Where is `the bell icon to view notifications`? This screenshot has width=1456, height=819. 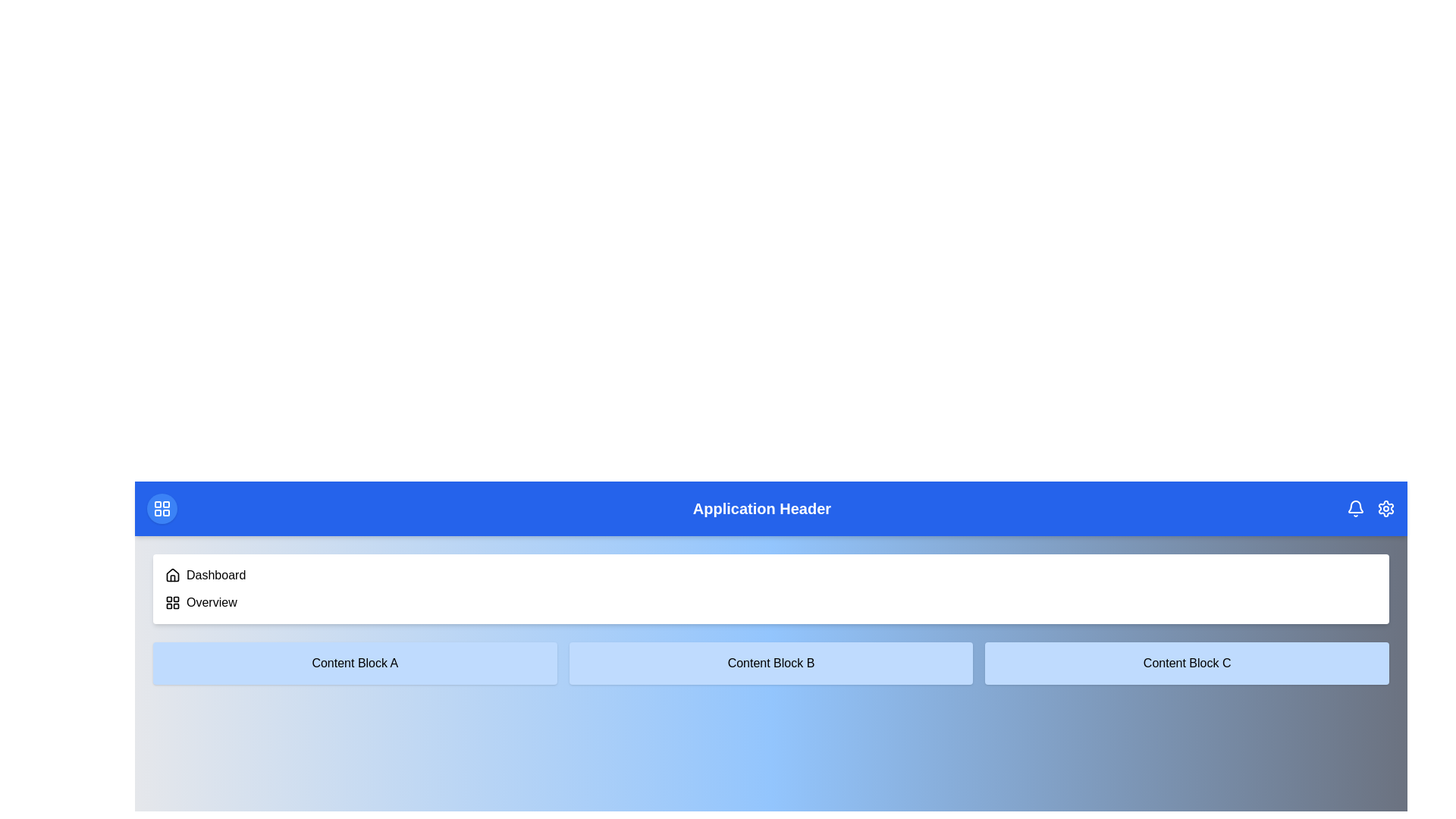
the bell icon to view notifications is located at coordinates (1355, 509).